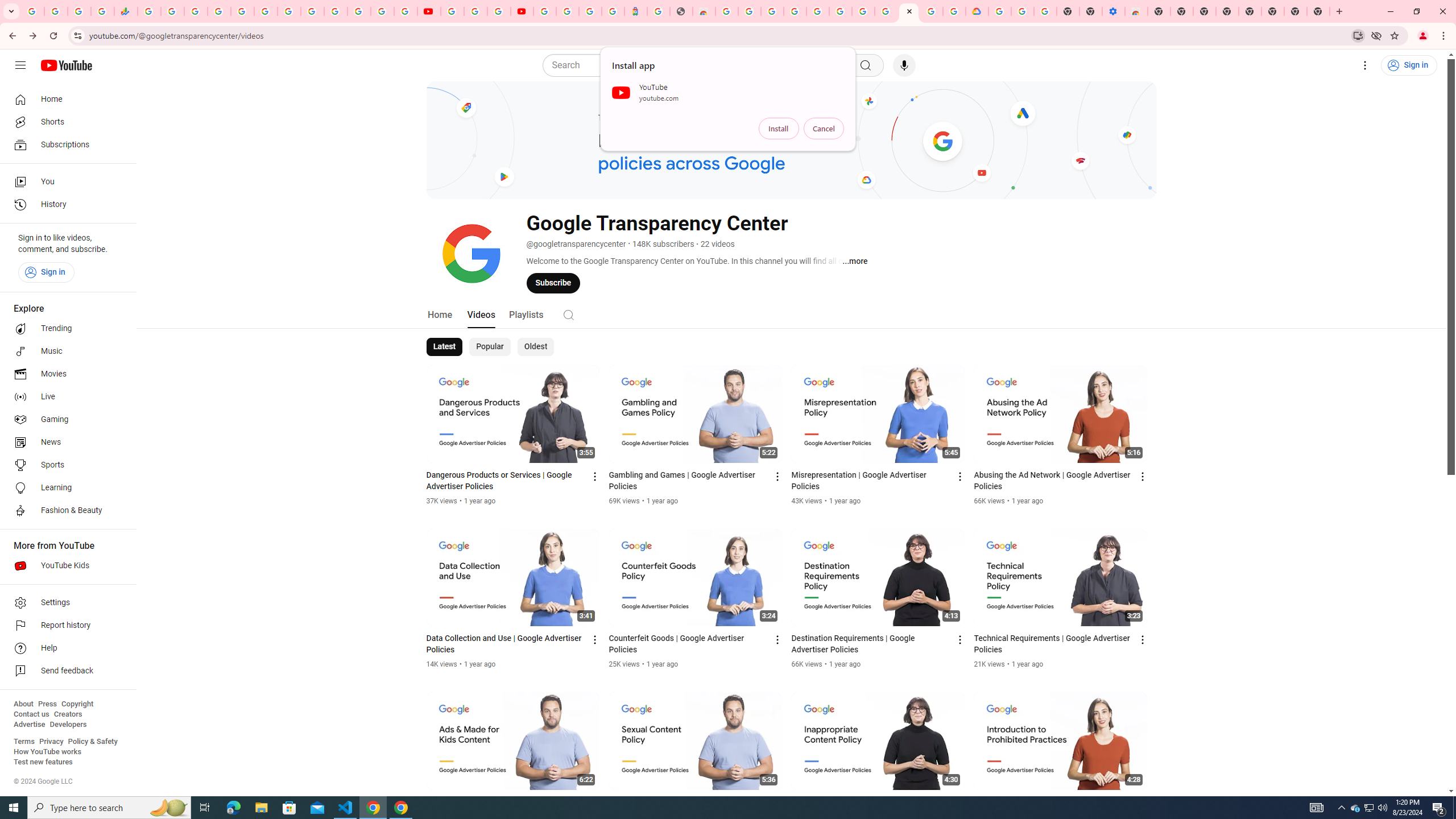 The image size is (1456, 819). Describe the element at coordinates (1022, 11) in the screenshot. I see `'Google Account Help'` at that location.